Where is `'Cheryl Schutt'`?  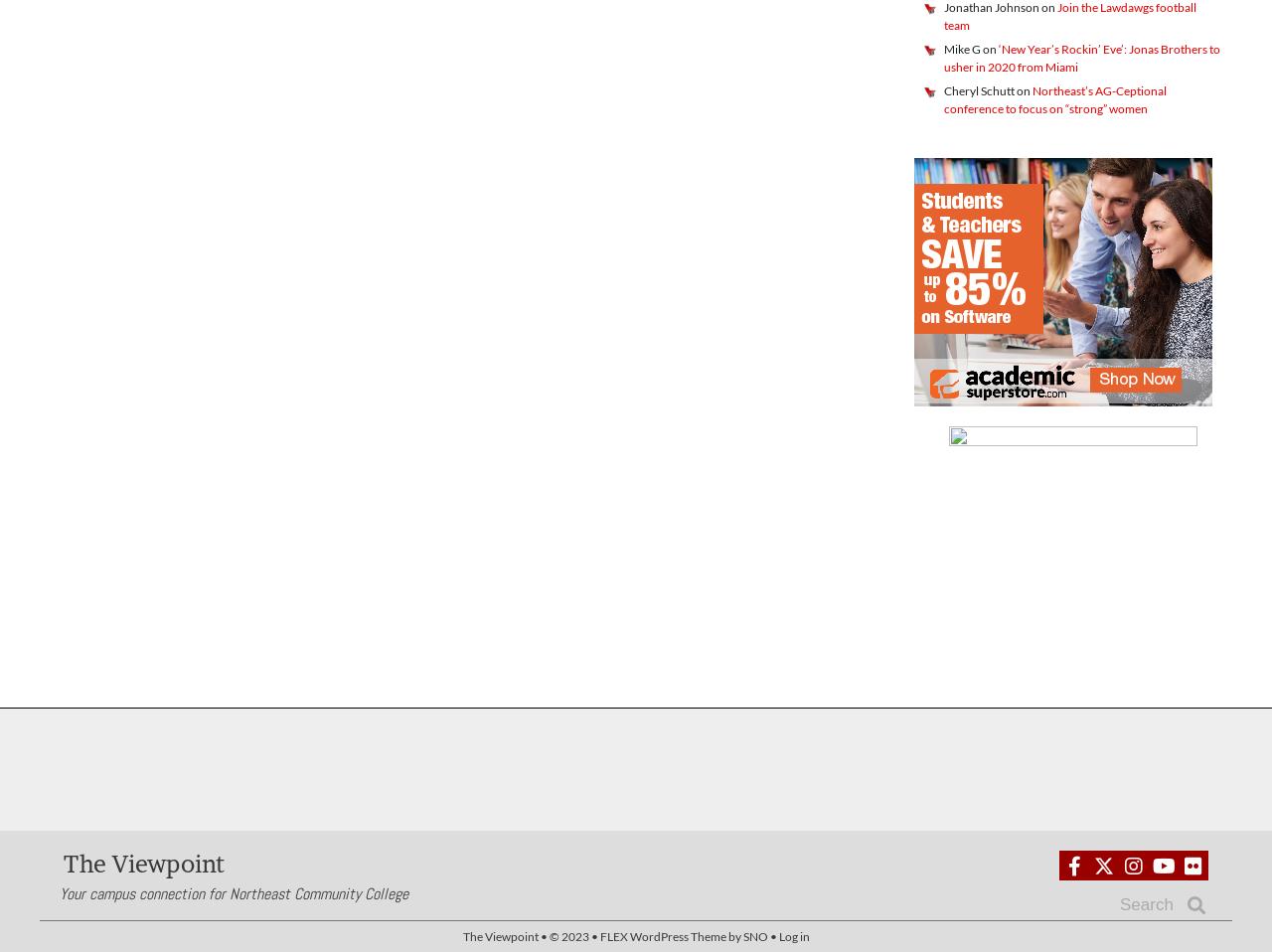 'Cheryl Schutt' is located at coordinates (943, 90).